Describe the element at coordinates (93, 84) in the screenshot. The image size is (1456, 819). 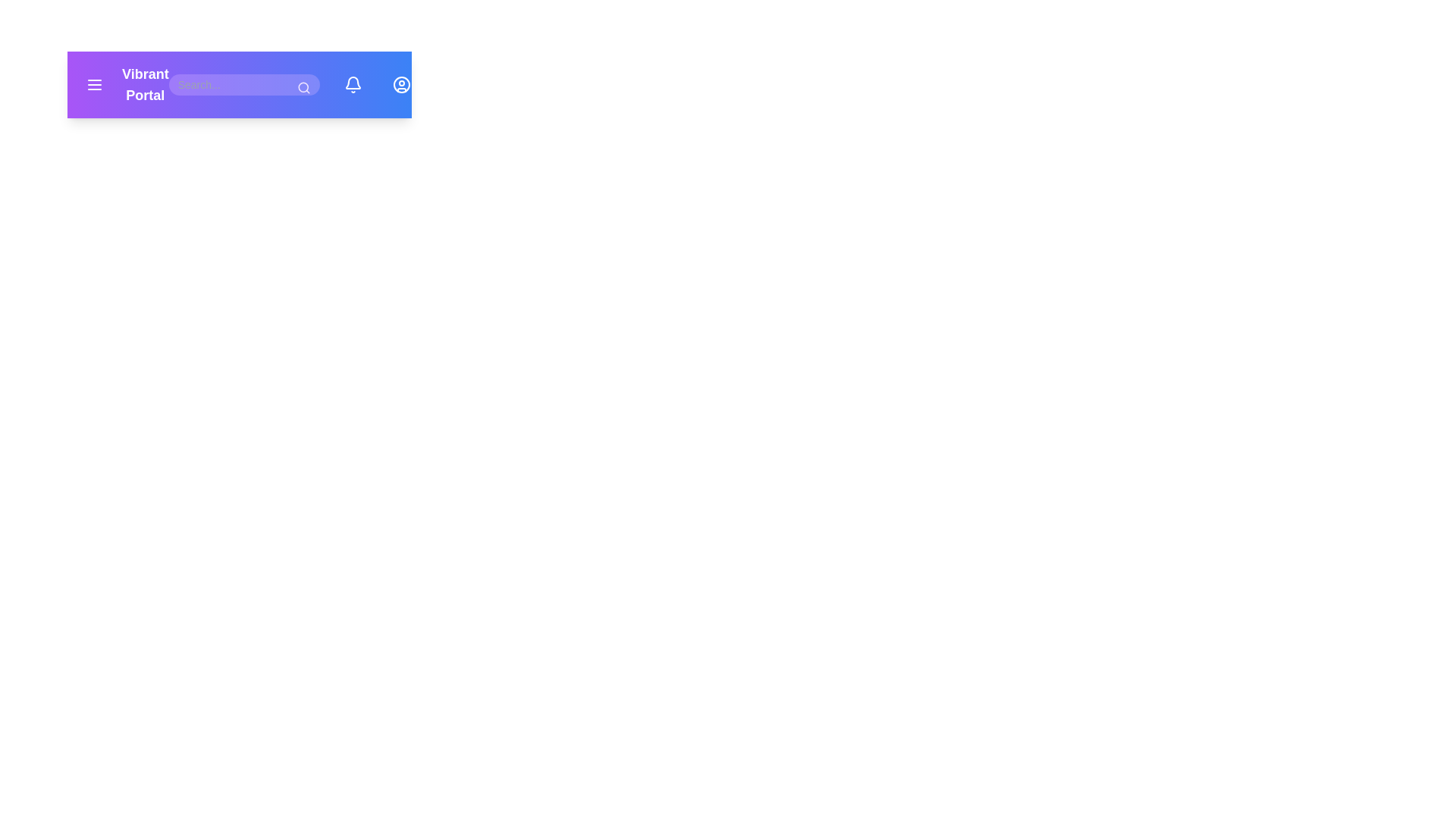
I see `the menu button to open the navigation menu` at that location.